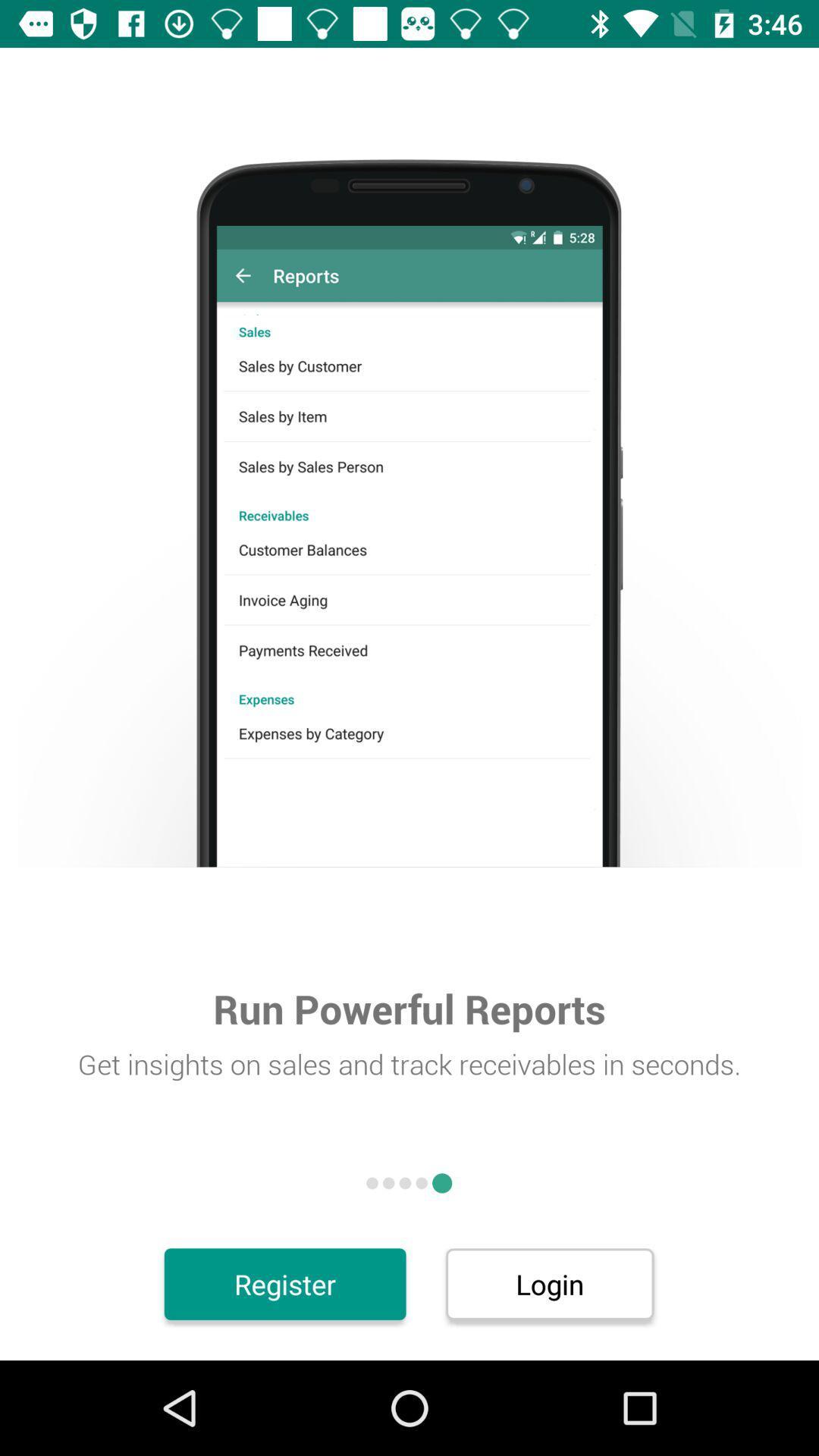 The width and height of the screenshot is (819, 1456). Describe the element at coordinates (285, 1283) in the screenshot. I see `the register item` at that location.